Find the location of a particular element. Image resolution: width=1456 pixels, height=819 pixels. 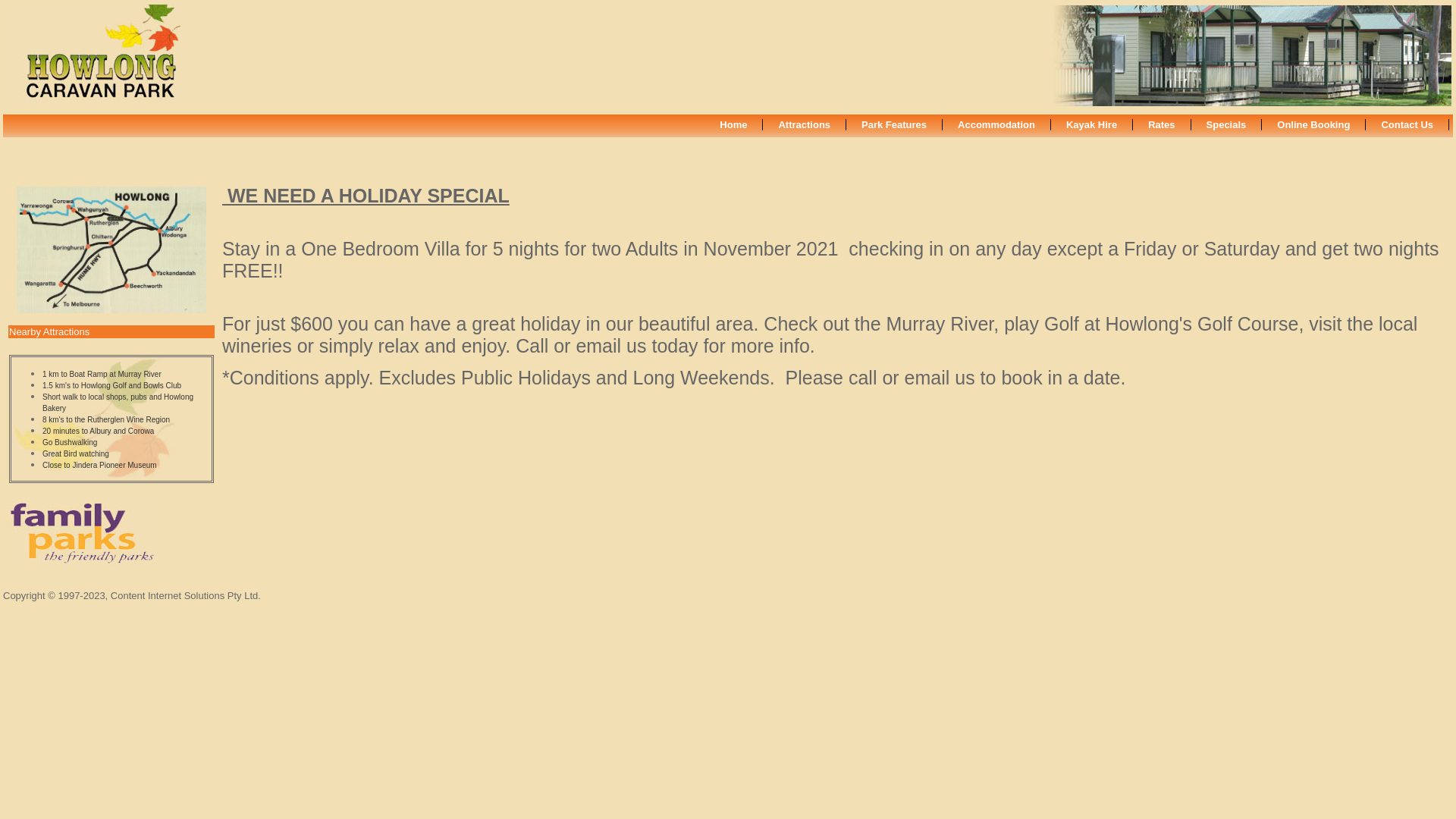

'Accommodation' is located at coordinates (996, 124).